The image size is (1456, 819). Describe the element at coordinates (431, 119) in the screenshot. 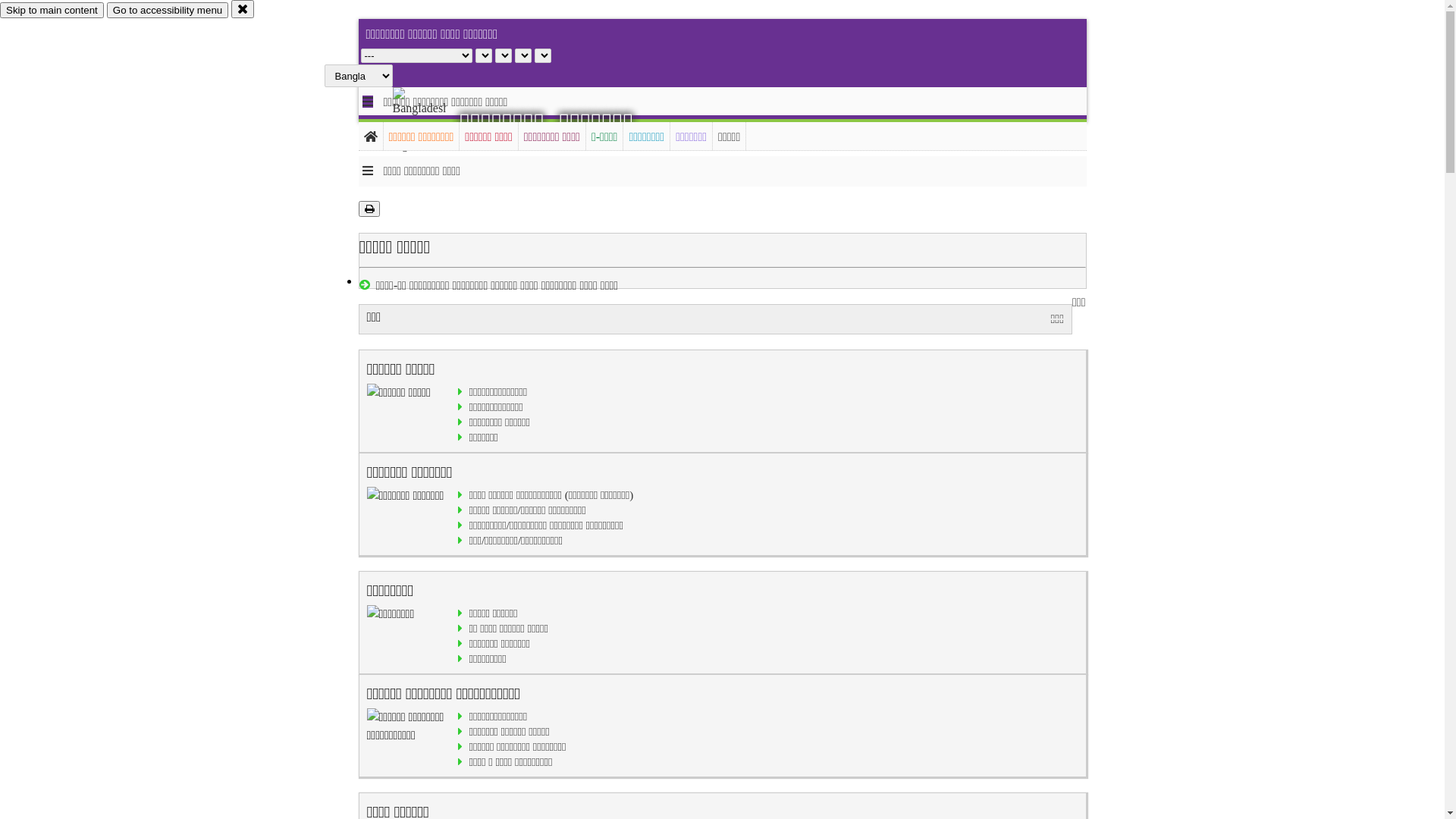

I see `'` at that location.